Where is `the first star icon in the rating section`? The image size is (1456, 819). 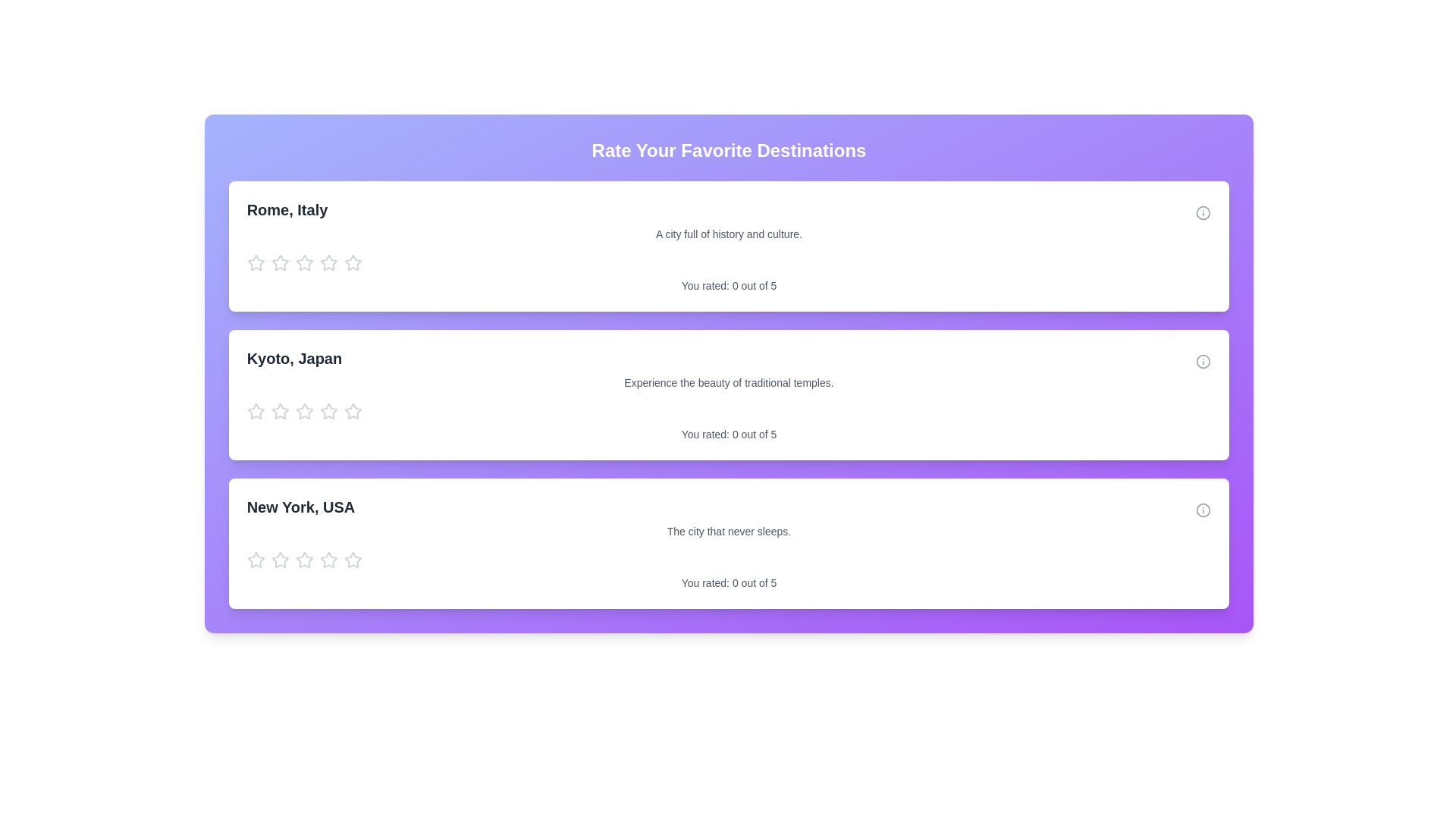
the first star icon in the rating section is located at coordinates (280, 262).